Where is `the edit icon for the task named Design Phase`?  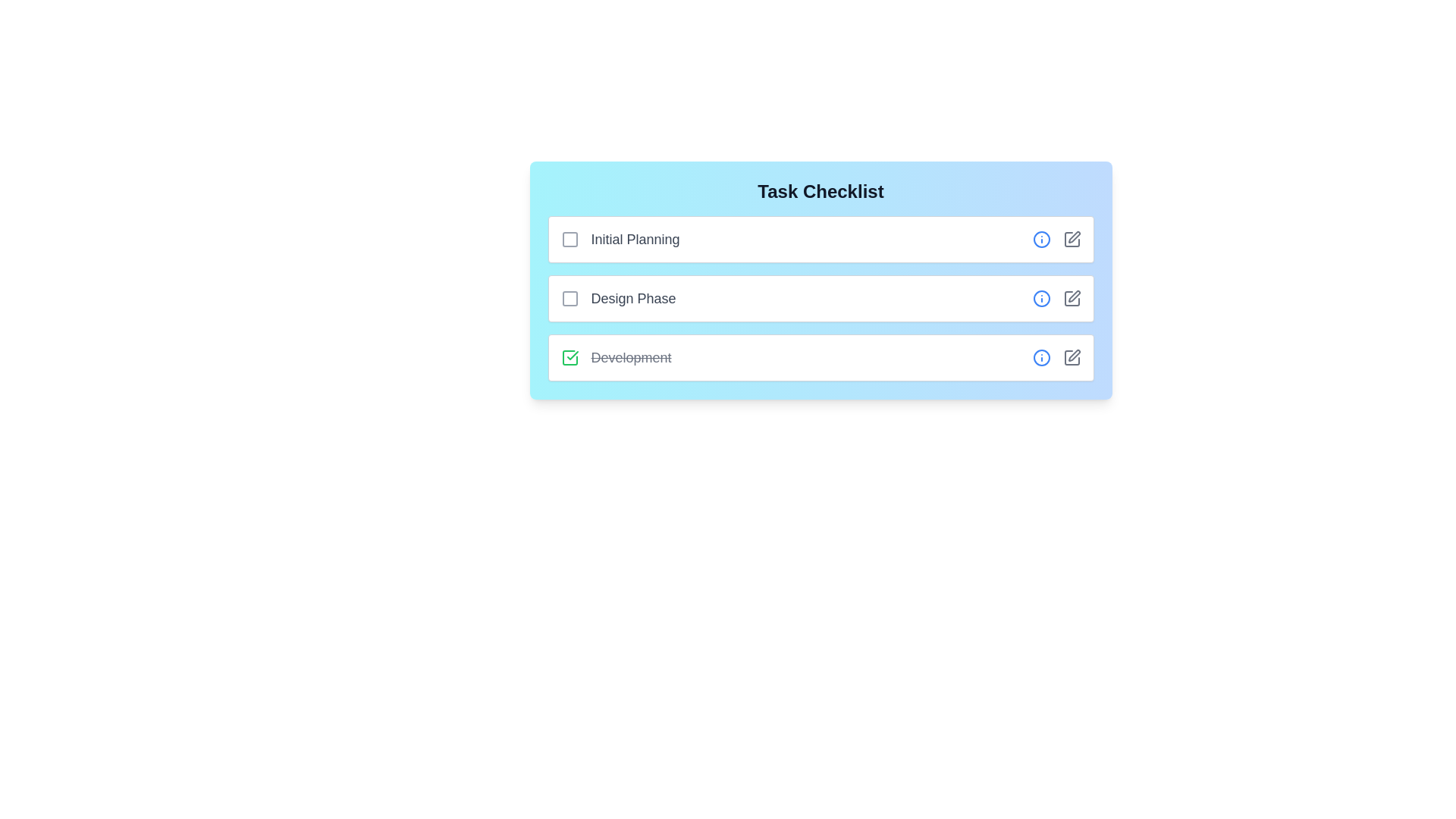 the edit icon for the task named Design Phase is located at coordinates (1071, 298).